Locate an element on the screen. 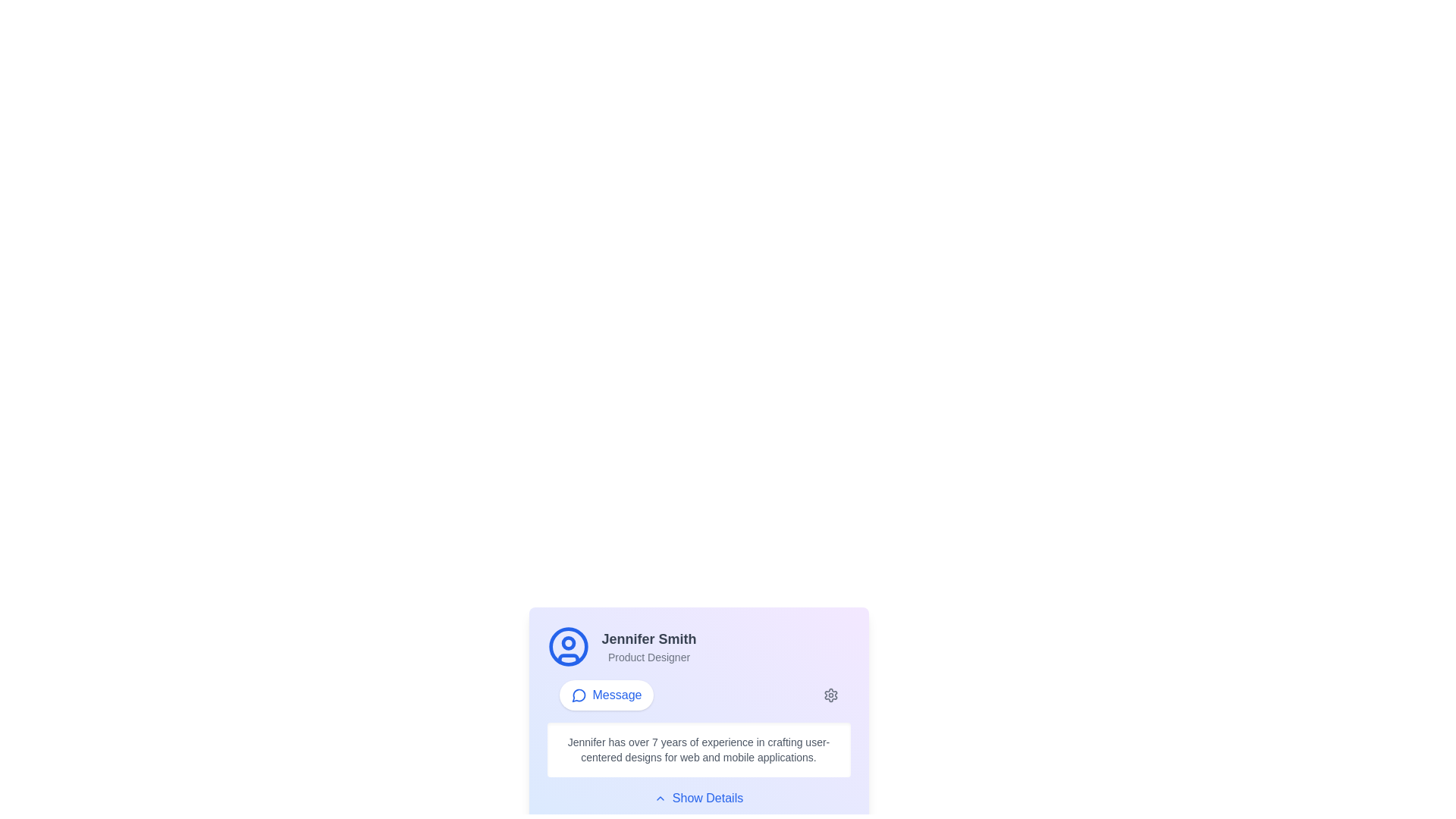 The image size is (1456, 819). the static text providing background about 'Jennifer' and her expertise in user-centered design, located at the bottom of the card for 'Jennifer Smith, Product Designer' is located at coordinates (698, 748).